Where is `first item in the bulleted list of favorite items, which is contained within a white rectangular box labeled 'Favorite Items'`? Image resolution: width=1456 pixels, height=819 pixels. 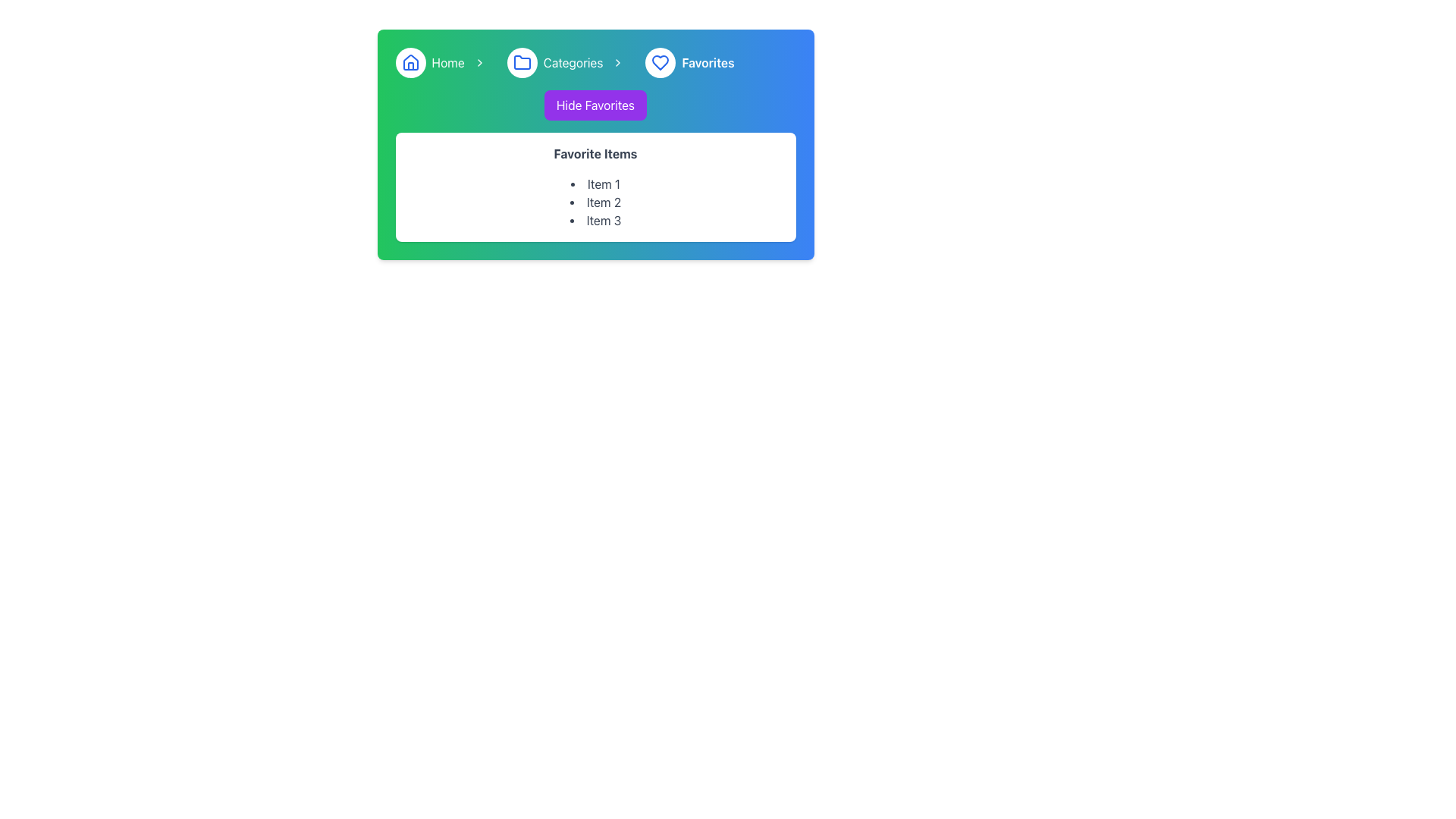
first item in the bulleted list of favorite items, which is contained within a white rectangular box labeled 'Favorite Items' is located at coordinates (595, 184).